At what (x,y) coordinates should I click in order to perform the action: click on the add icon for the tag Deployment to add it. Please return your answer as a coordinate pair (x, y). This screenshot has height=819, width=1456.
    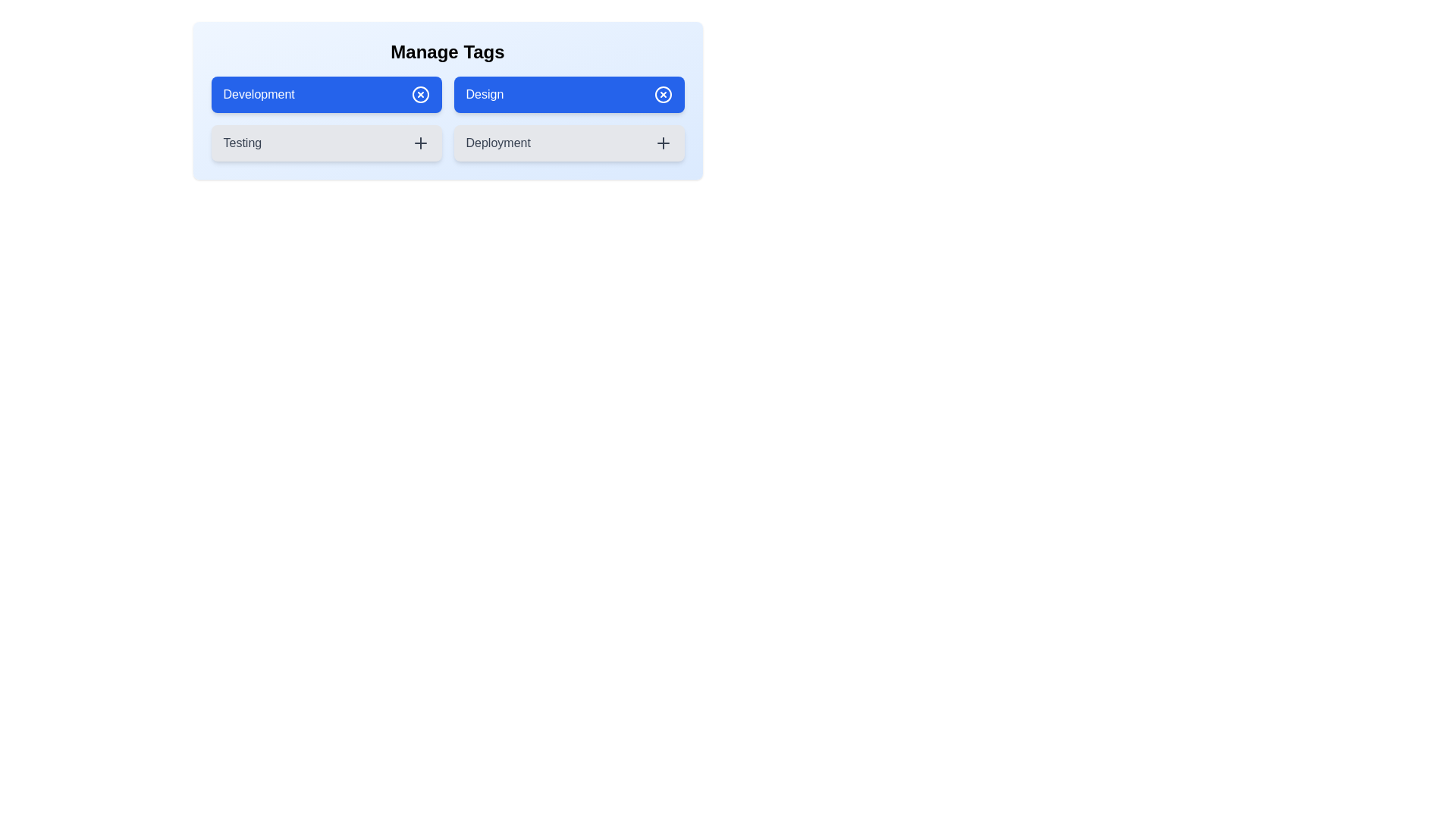
    Looking at the image, I should click on (663, 143).